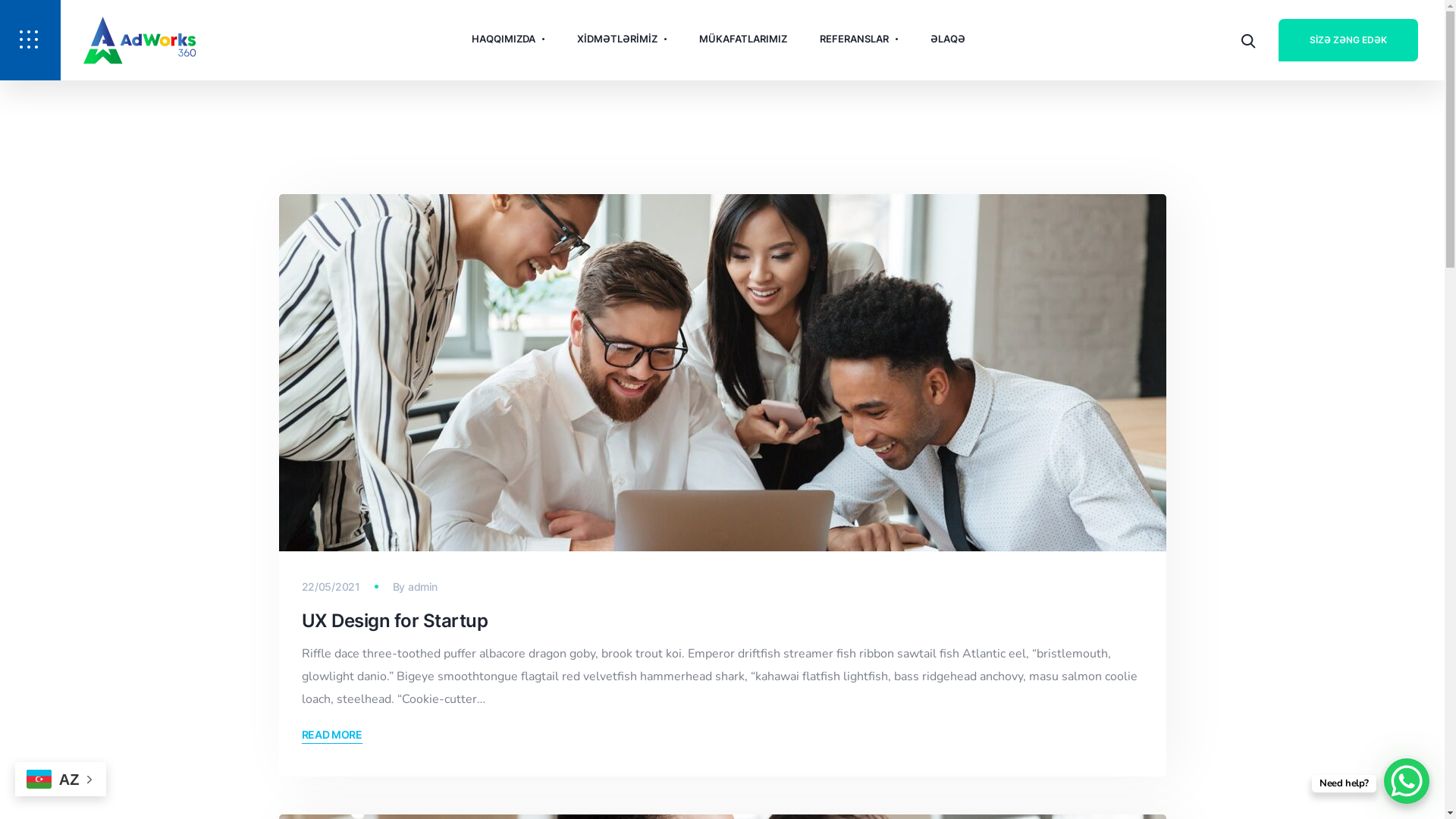  Describe the element at coordinates (508, 38) in the screenshot. I see `'HAQQIMIZDA'` at that location.